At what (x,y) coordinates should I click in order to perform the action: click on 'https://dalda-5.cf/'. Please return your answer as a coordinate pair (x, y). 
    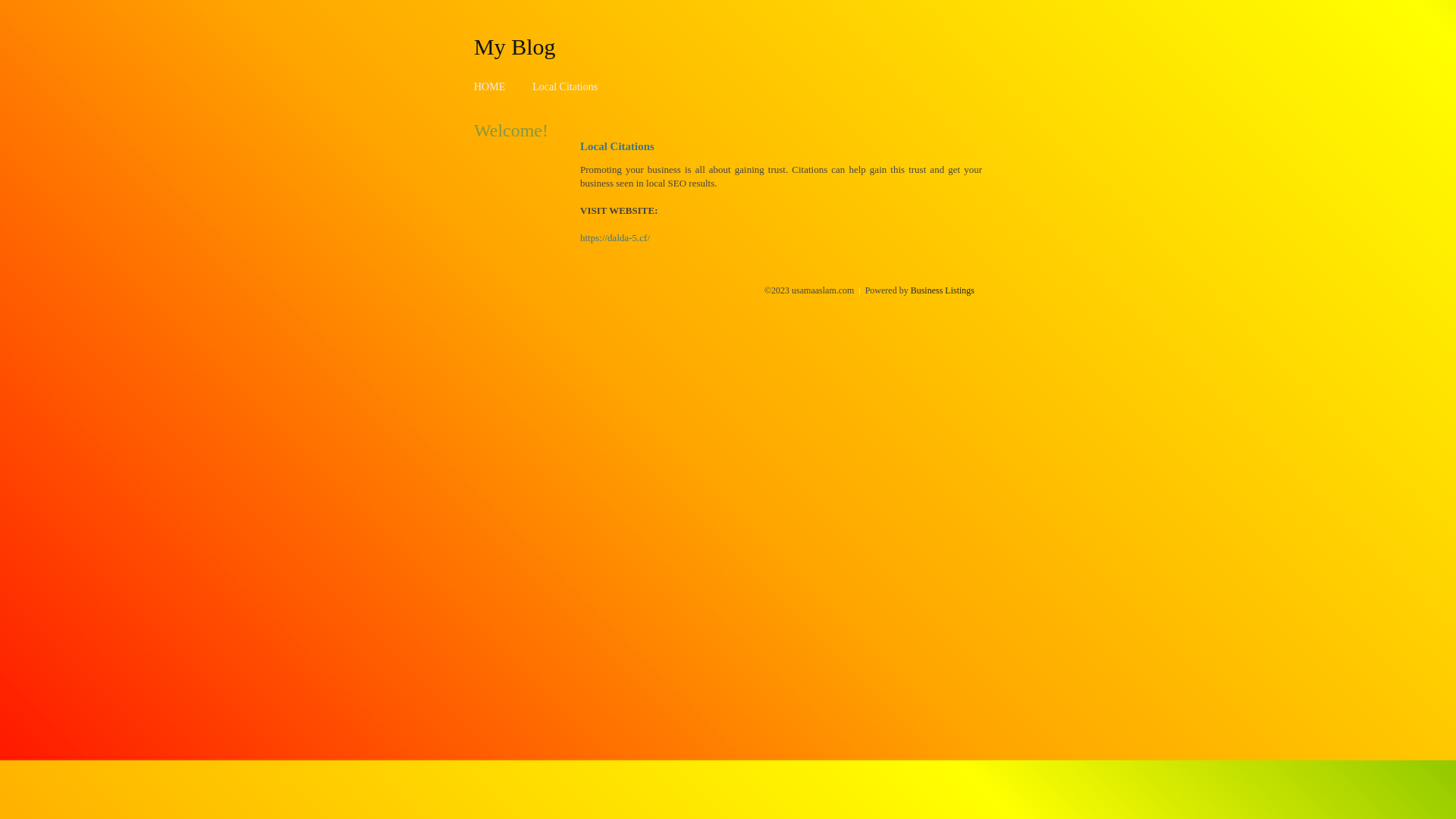
    Looking at the image, I should click on (615, 237).